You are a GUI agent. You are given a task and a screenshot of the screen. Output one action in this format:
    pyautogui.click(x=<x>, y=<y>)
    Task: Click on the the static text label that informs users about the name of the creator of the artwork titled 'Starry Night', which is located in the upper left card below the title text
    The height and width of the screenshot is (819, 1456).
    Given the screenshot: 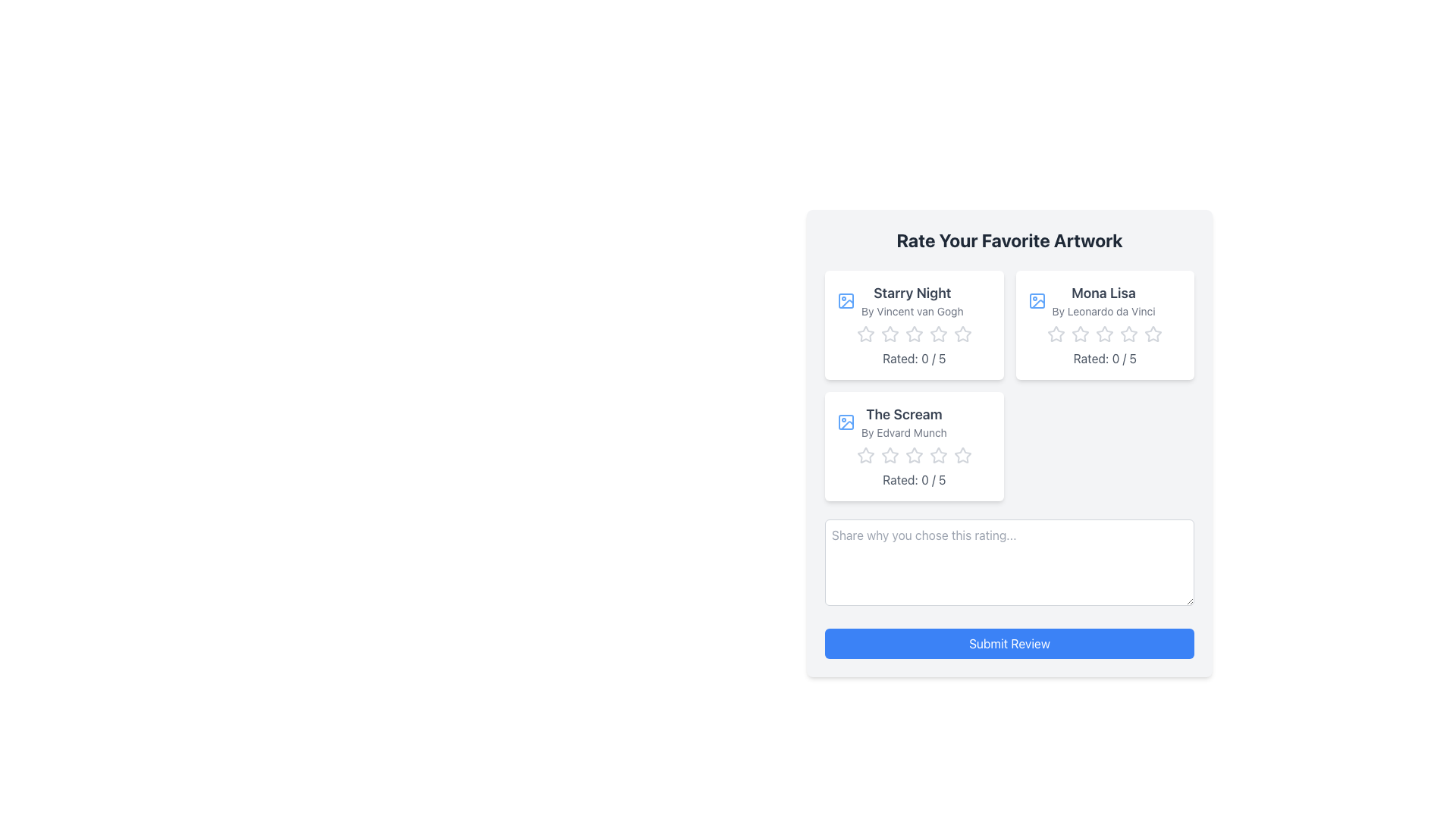 What is the action you would take?
    pyautogui.click(x=912, y=311)
    